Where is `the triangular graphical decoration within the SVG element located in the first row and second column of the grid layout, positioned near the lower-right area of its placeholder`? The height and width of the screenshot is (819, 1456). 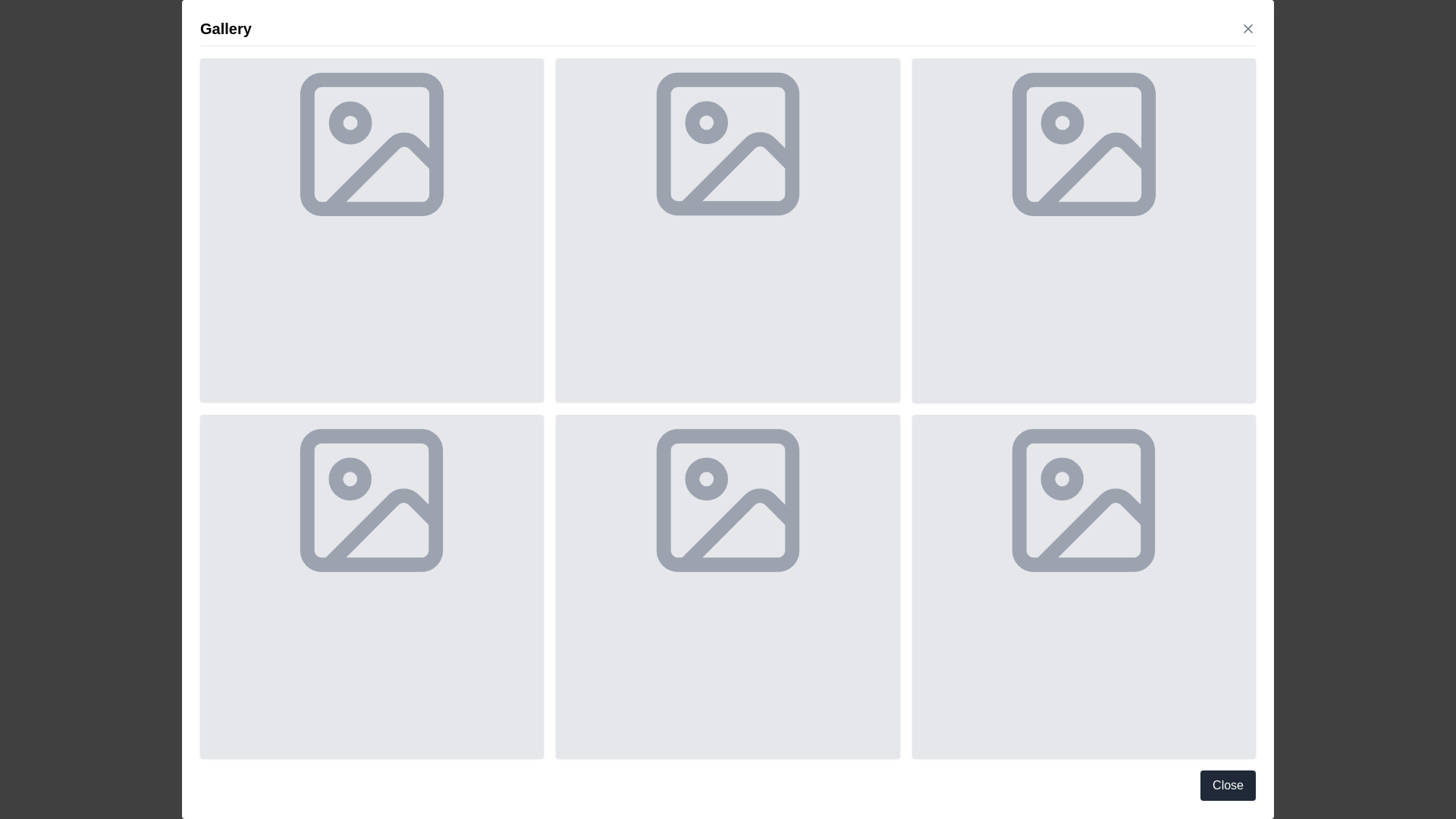 the triangular graphical decoration within the SVG element located in the first row and second column of the grid layout, positioned near the lower-right area of its placeholder is located at coordinates (739, 173).